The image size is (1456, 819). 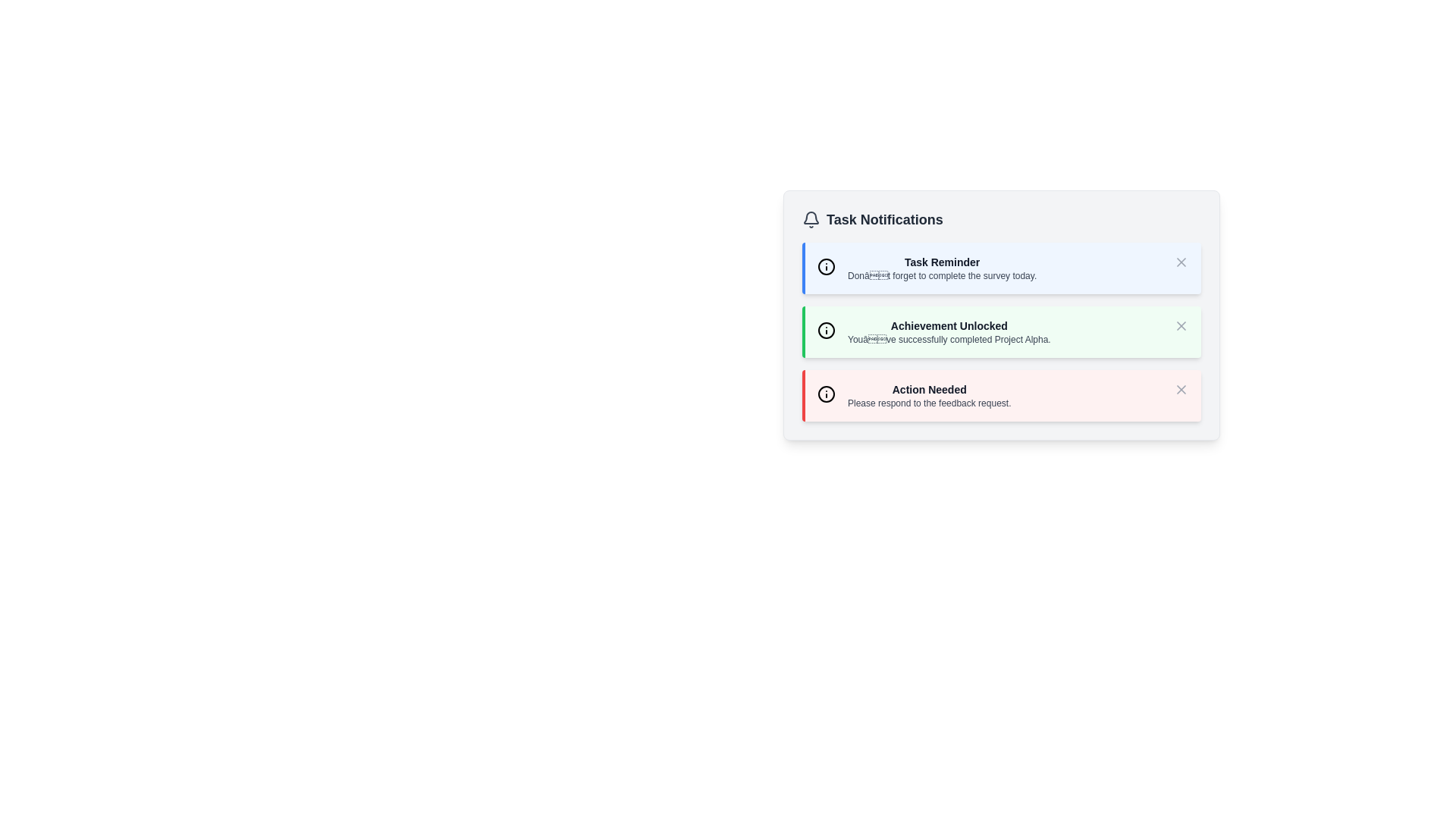 What do you see at coordinates (1001, 394) in the screenshot?
I see `the third Notification Card in the vertically stacked list, located between the 'Achievement Unlocked' card and no other cards` at bounding box center [1001, 394].